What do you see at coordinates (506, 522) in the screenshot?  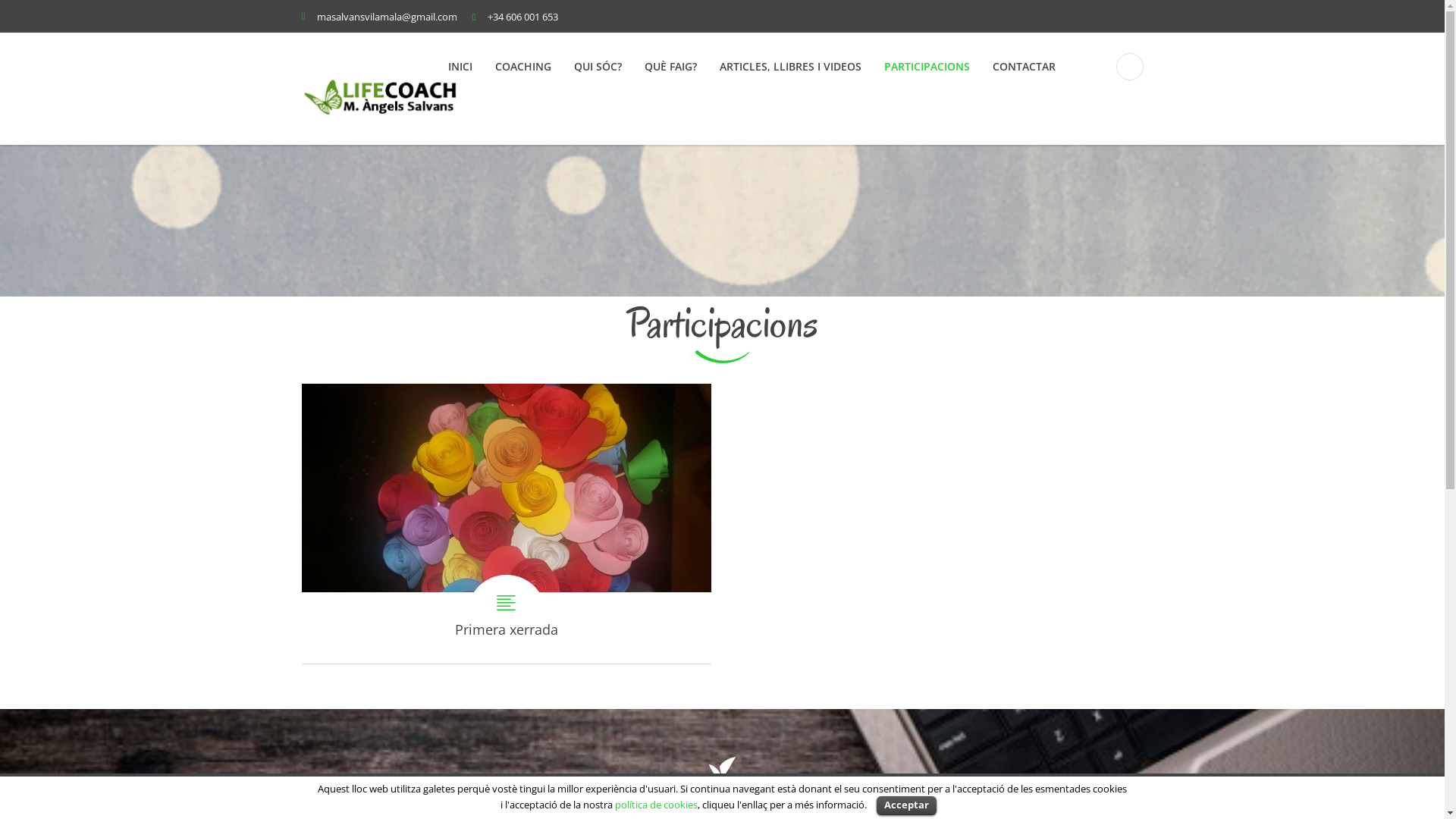 I see `'Primera xerrada'` at bounding box center [506, 522].